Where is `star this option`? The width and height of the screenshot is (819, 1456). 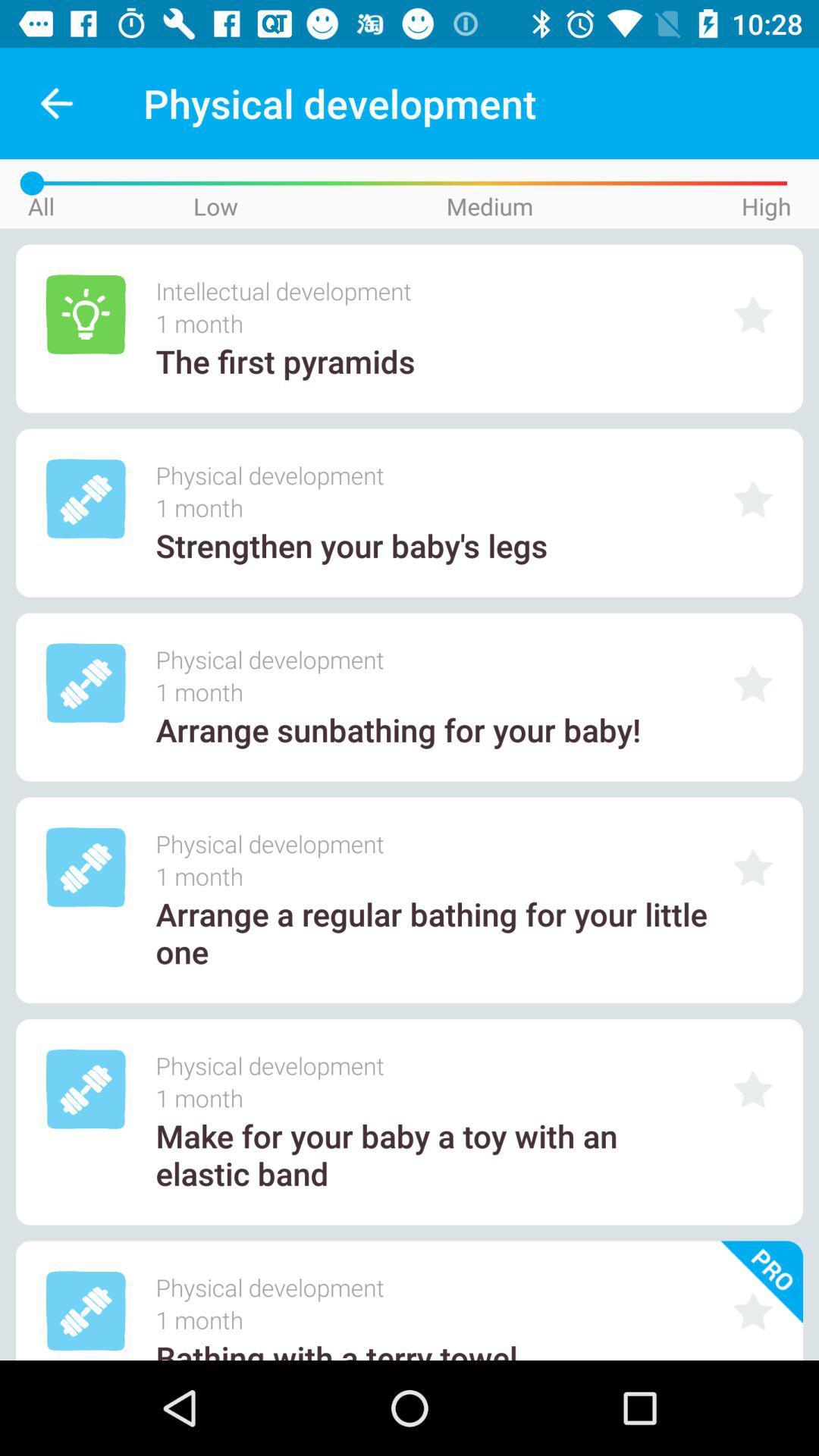
star this option is located at coordinates (753, 1310).